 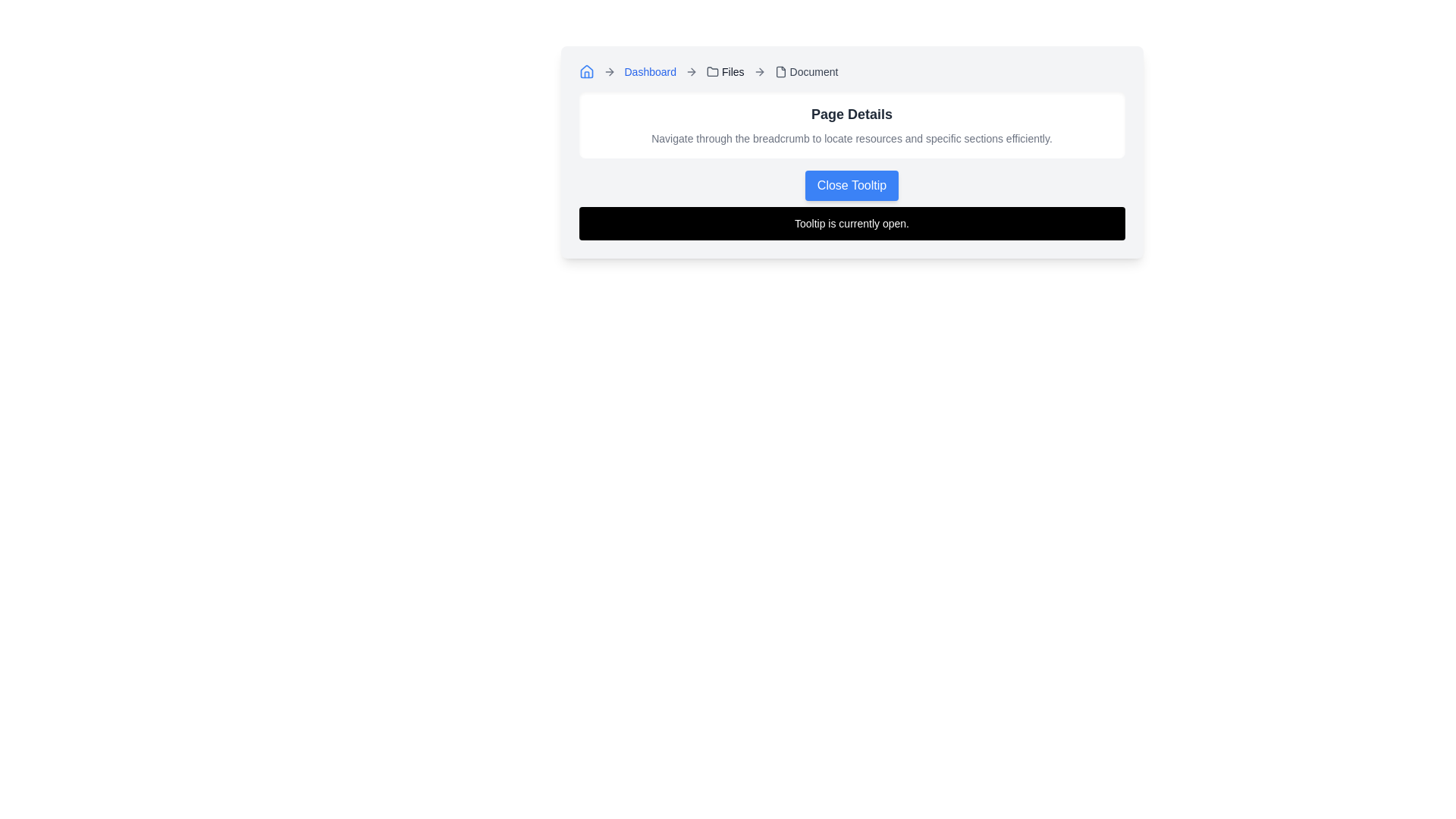 What do you see at coordinates (780, 72) in the screenshot?
I see `the file document icon, which is a light gray minimalistic design located in the breadcrumb before the 'Document' text` at bounding box center [780, 72].